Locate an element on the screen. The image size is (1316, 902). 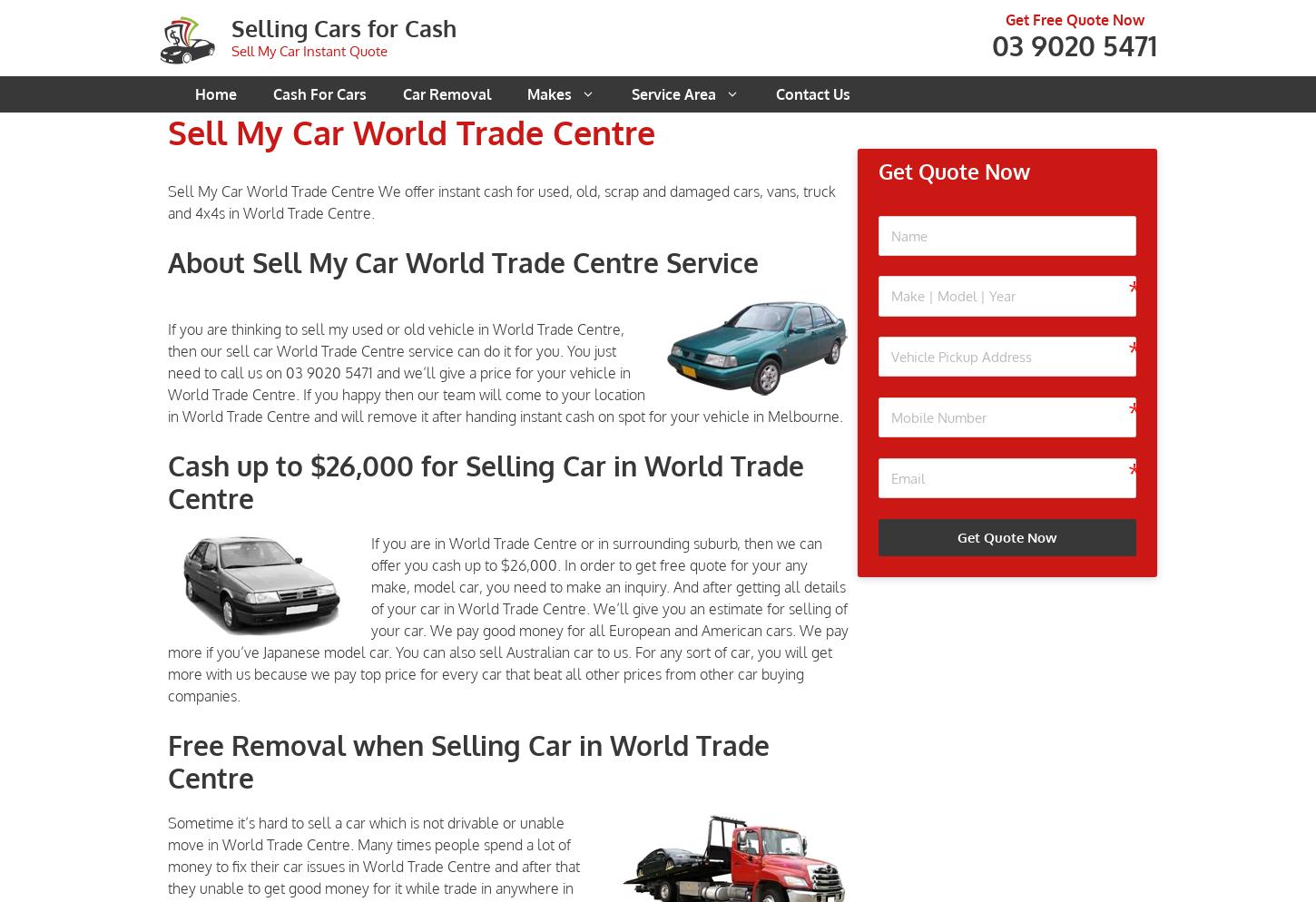
'03 9020 5471' is located at coordinates (1074, 44).